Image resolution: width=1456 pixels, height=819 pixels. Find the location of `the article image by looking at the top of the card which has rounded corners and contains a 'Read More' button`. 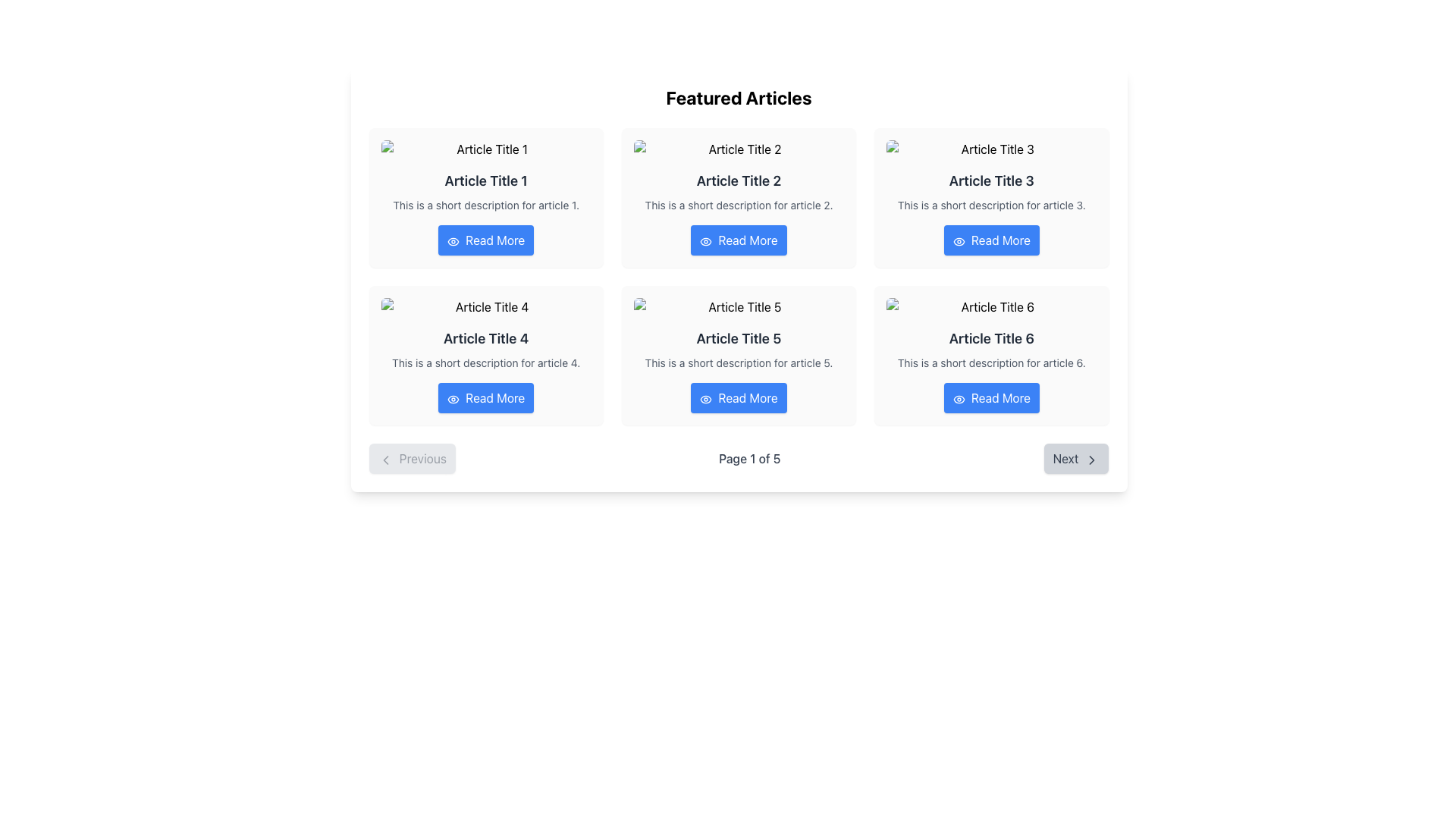

the article image by looking at the top of the card which has rounded corners and contains a 'Read More' button is located at coordinates (486, 356).